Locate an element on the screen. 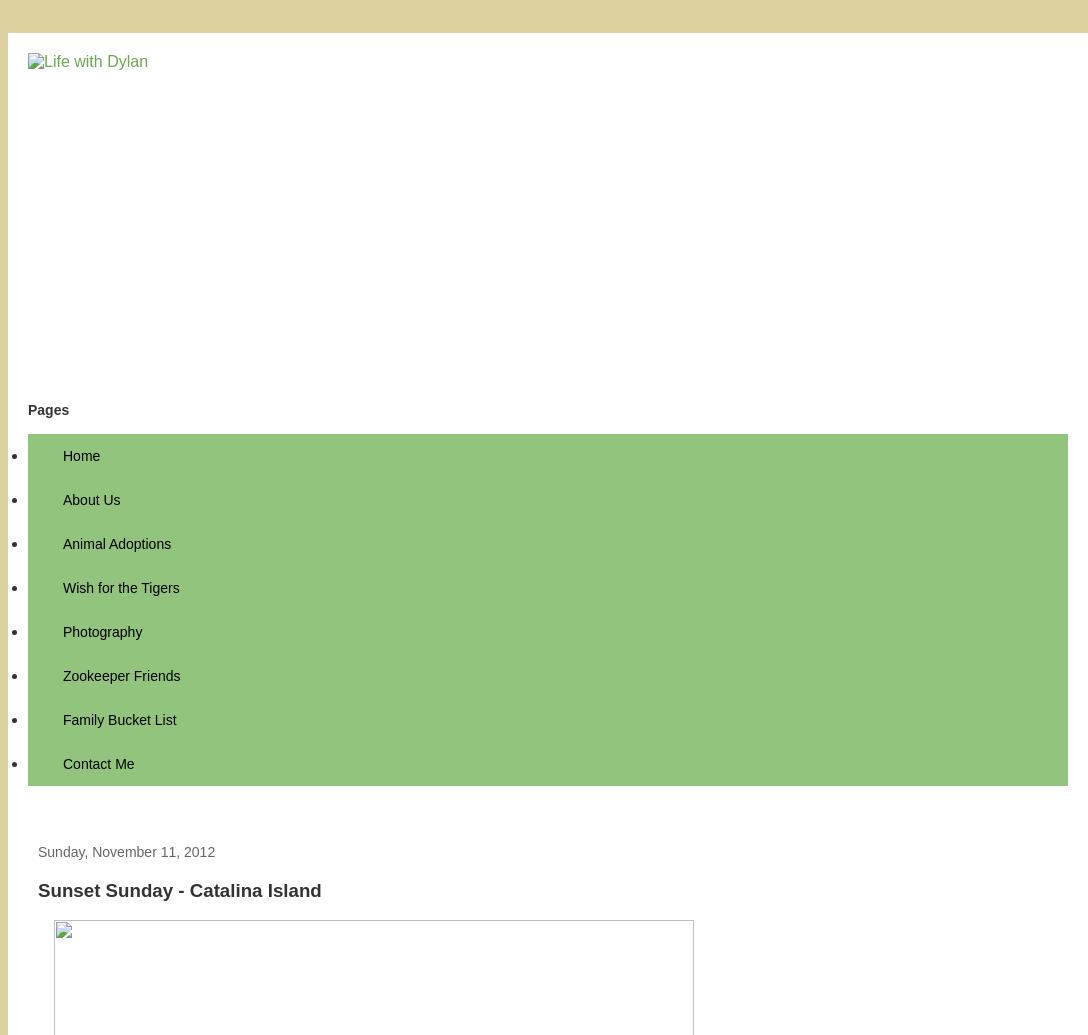 This screenshot has height=1035, width=1088. 'About Us' is located at coordinates (91, 500).